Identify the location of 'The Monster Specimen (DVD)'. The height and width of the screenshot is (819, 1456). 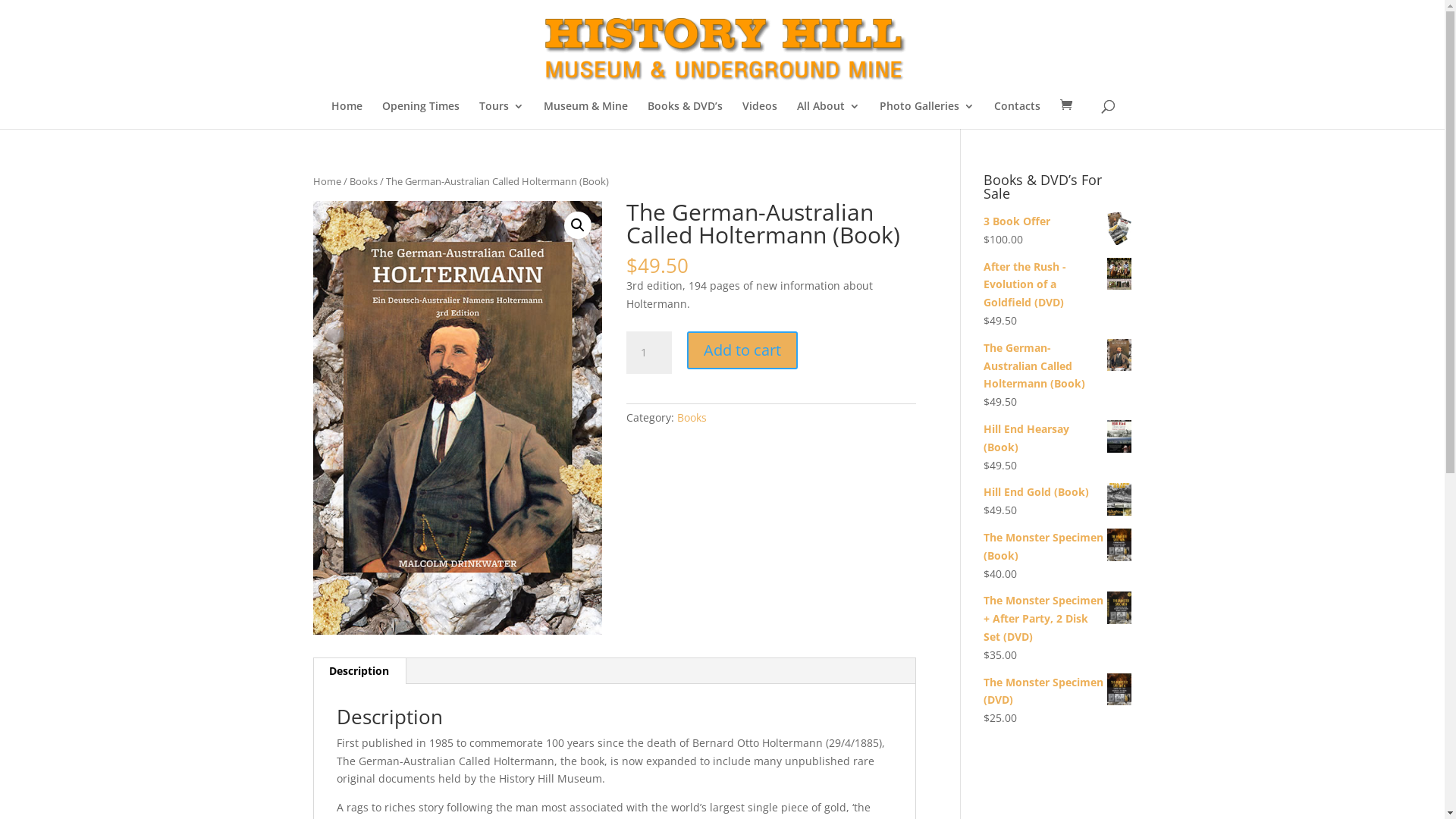
(1056, 691).